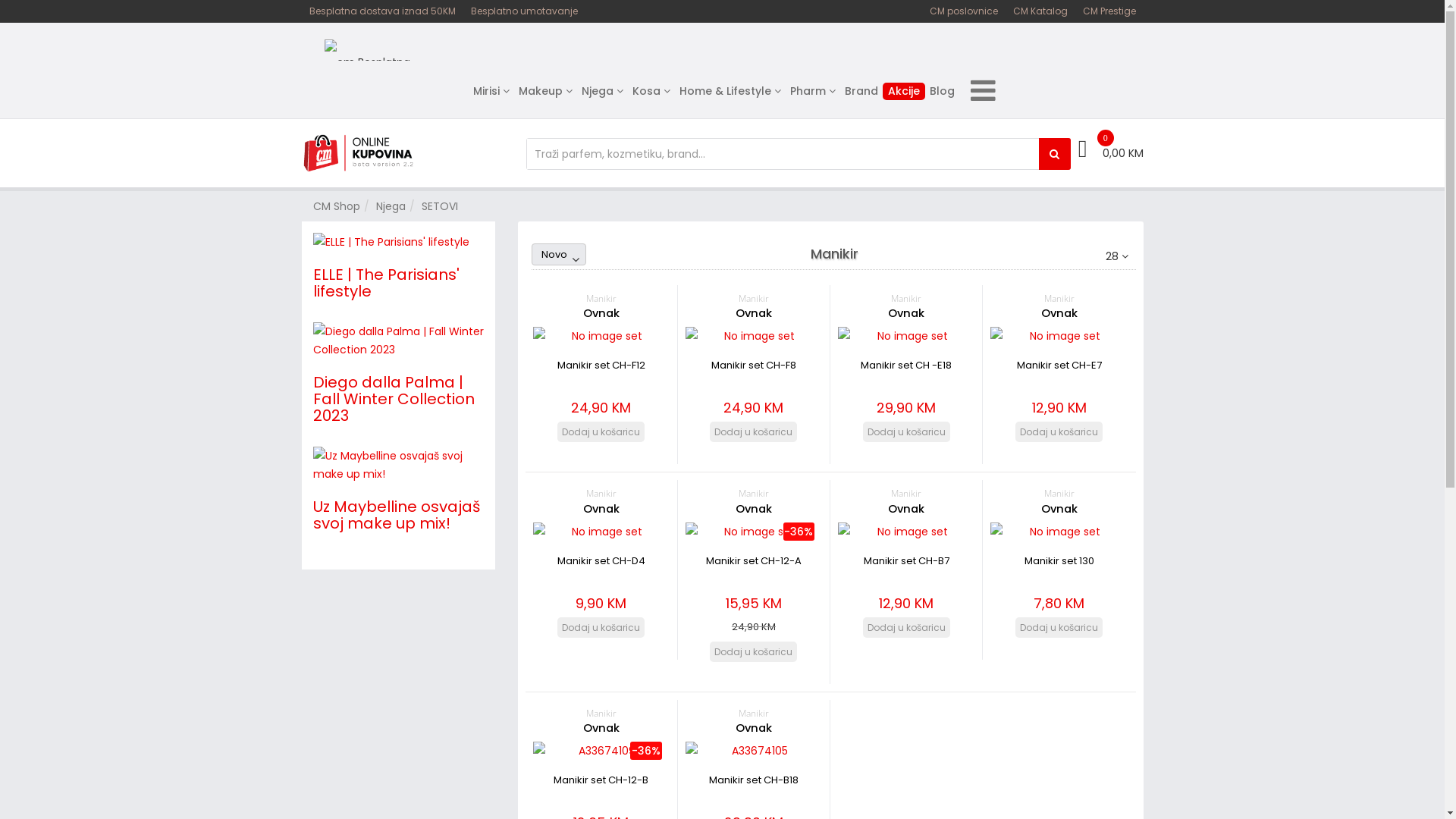 The width and height of the screenshot is (1456, 819). What do you see at coordinates (684, 335) in the screenshot?
I see `'Manikir set CH-F8'` at bounding box center [684, 335].